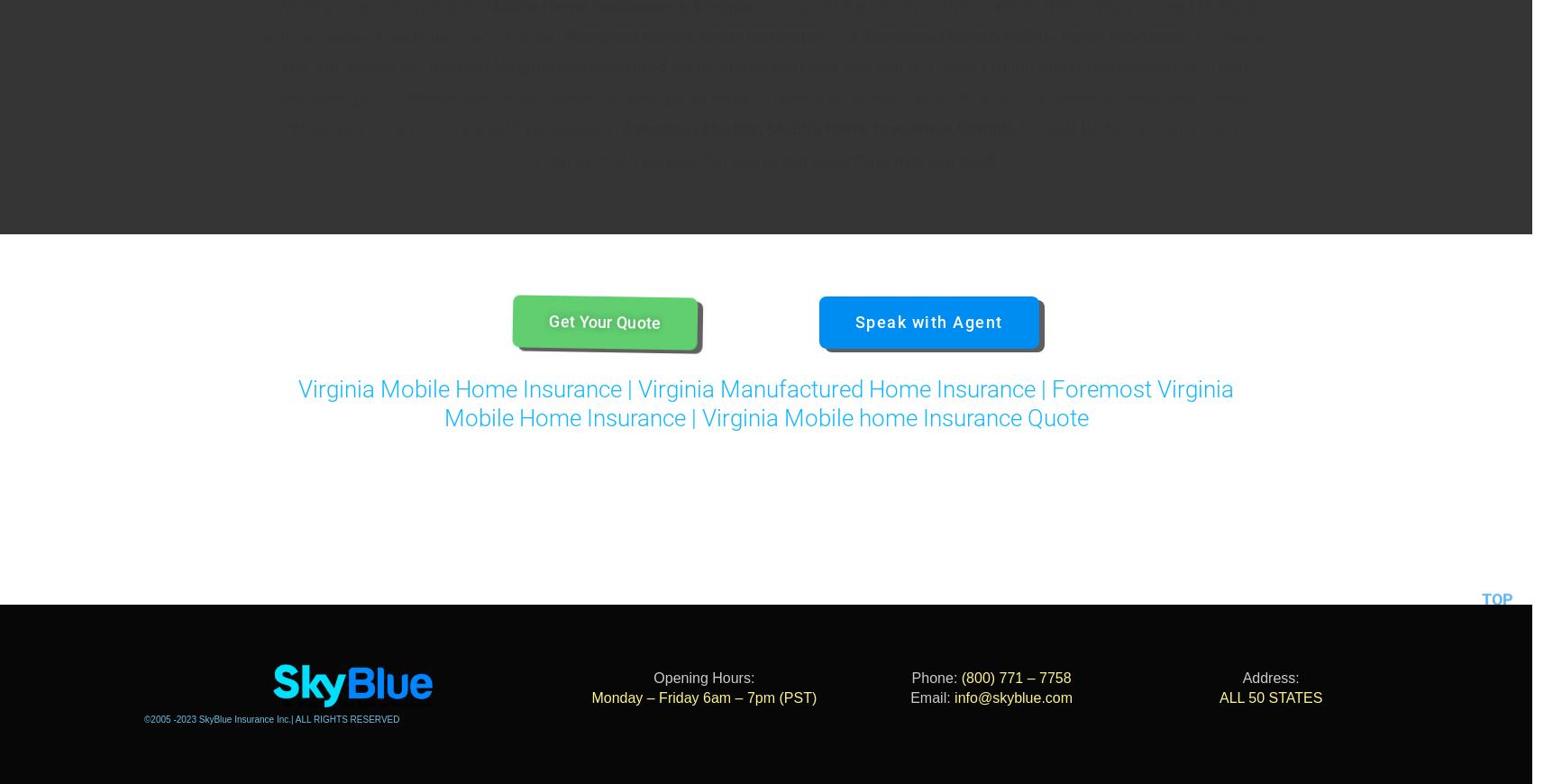  What do you see at coordinates (732, 35) in the screenshot?
I see `'mobile home insurance'` at bounding box center [732, 35].